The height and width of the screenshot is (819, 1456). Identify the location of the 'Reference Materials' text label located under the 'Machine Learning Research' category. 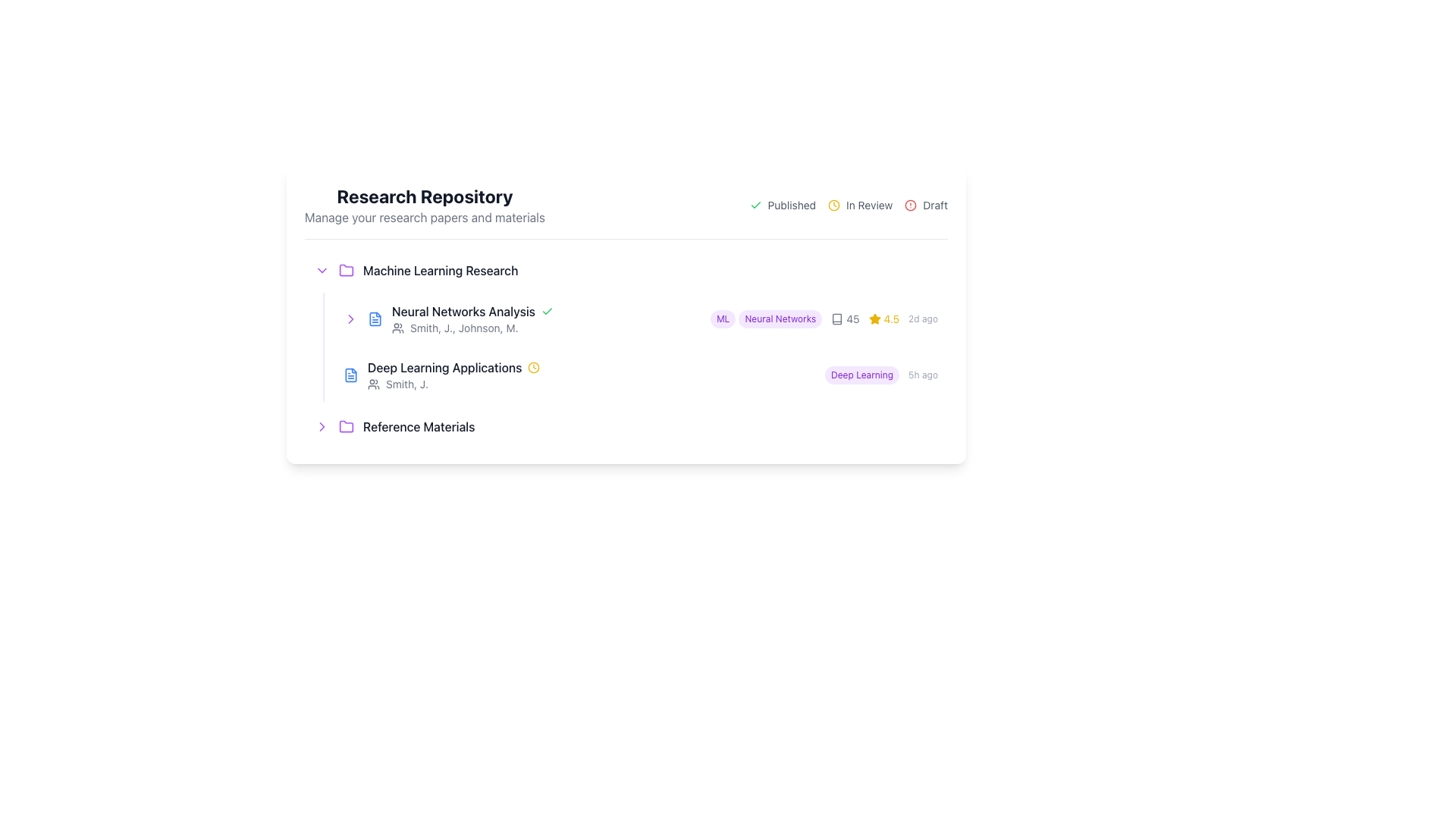
(419, 427).